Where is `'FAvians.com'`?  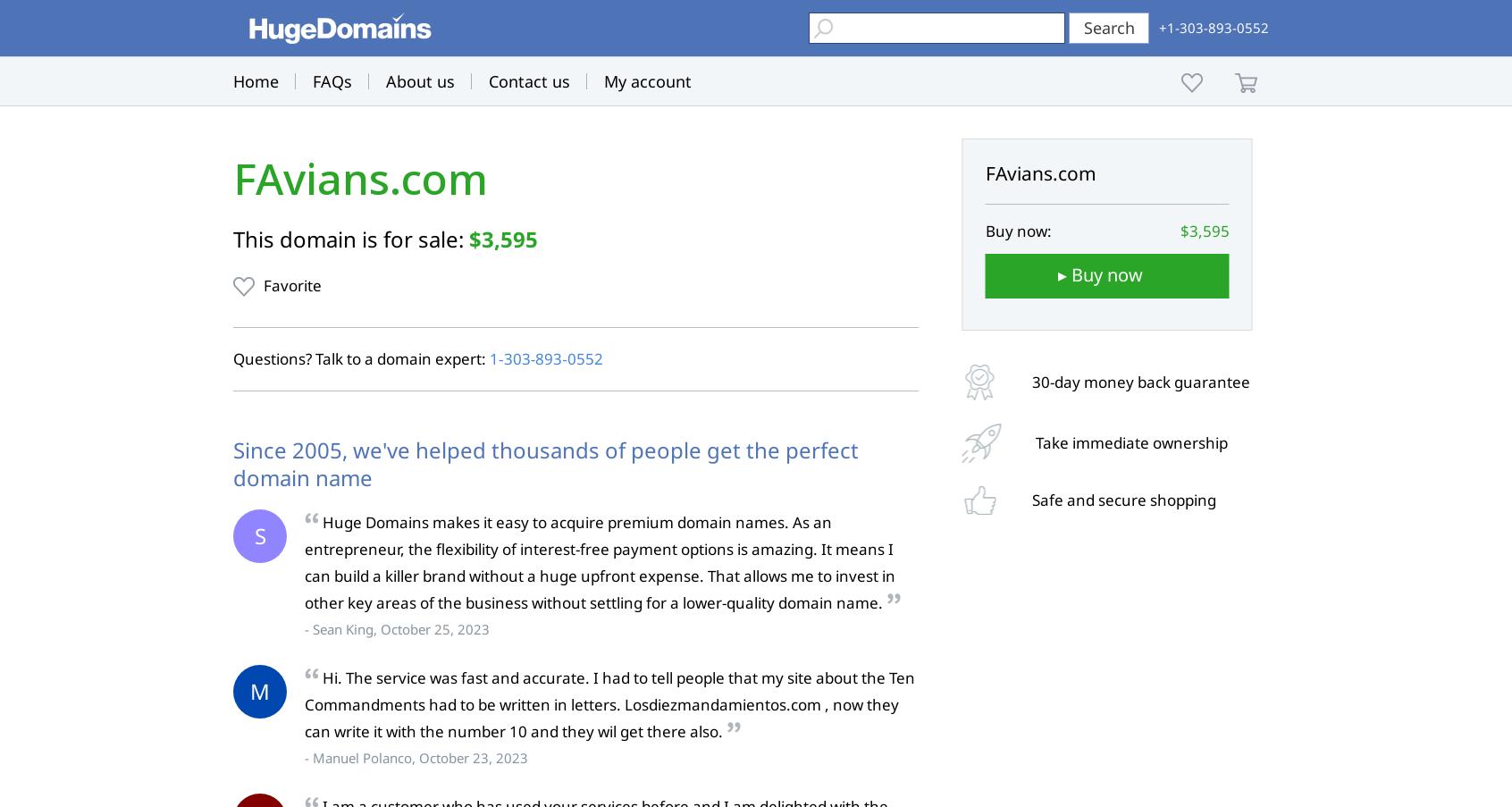 'FAvians.com' is located at coordinates (360, 179).